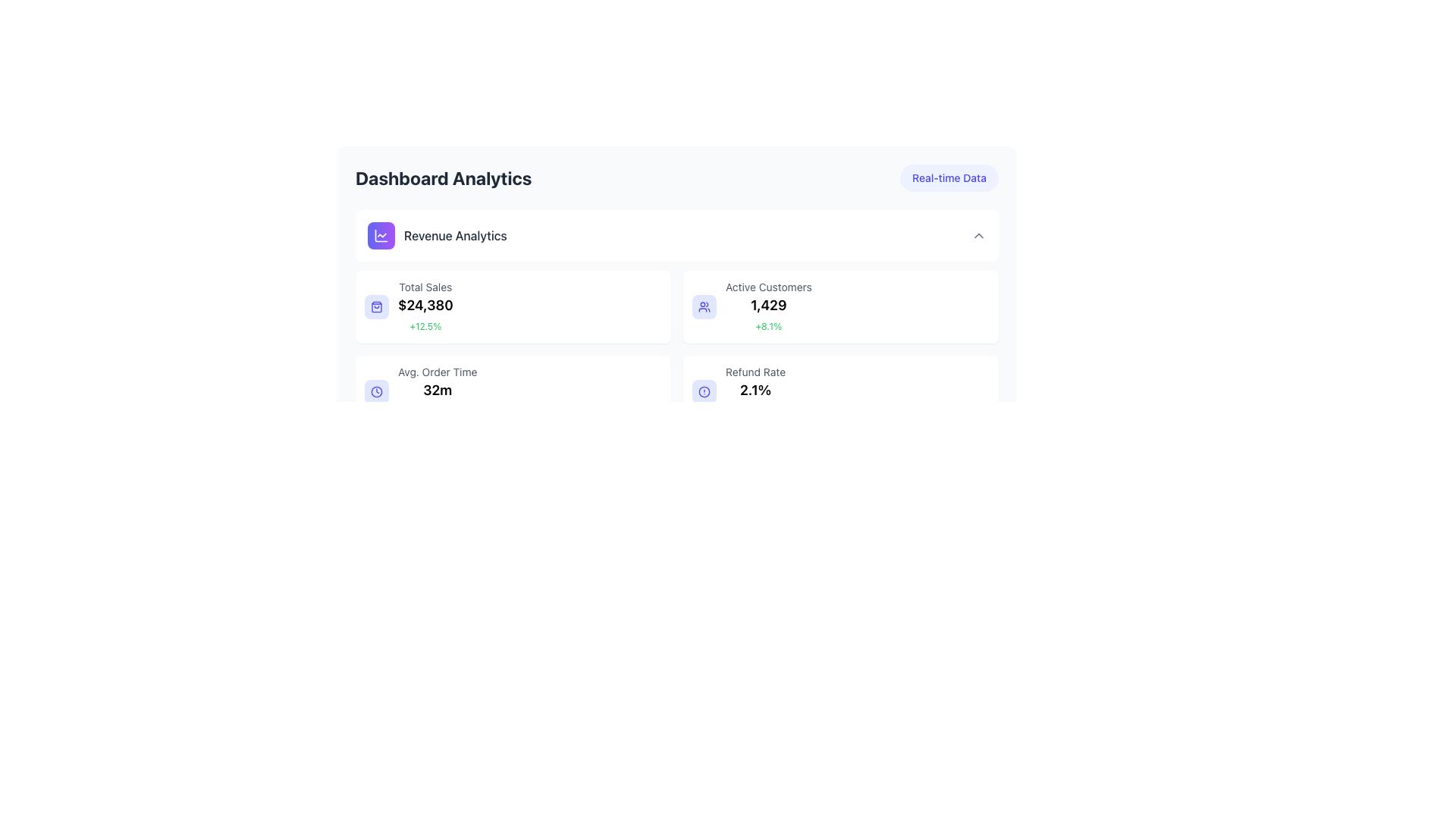 The height and width of the screenshot is (819, 1456). What do you see at coordinates (755, 390) in the screenshot?
I see `the text display showing the percentage '2.1%' in bold black font, located in the lower section of the 'Refund Rate' data group` at bounding box center [755, 390].